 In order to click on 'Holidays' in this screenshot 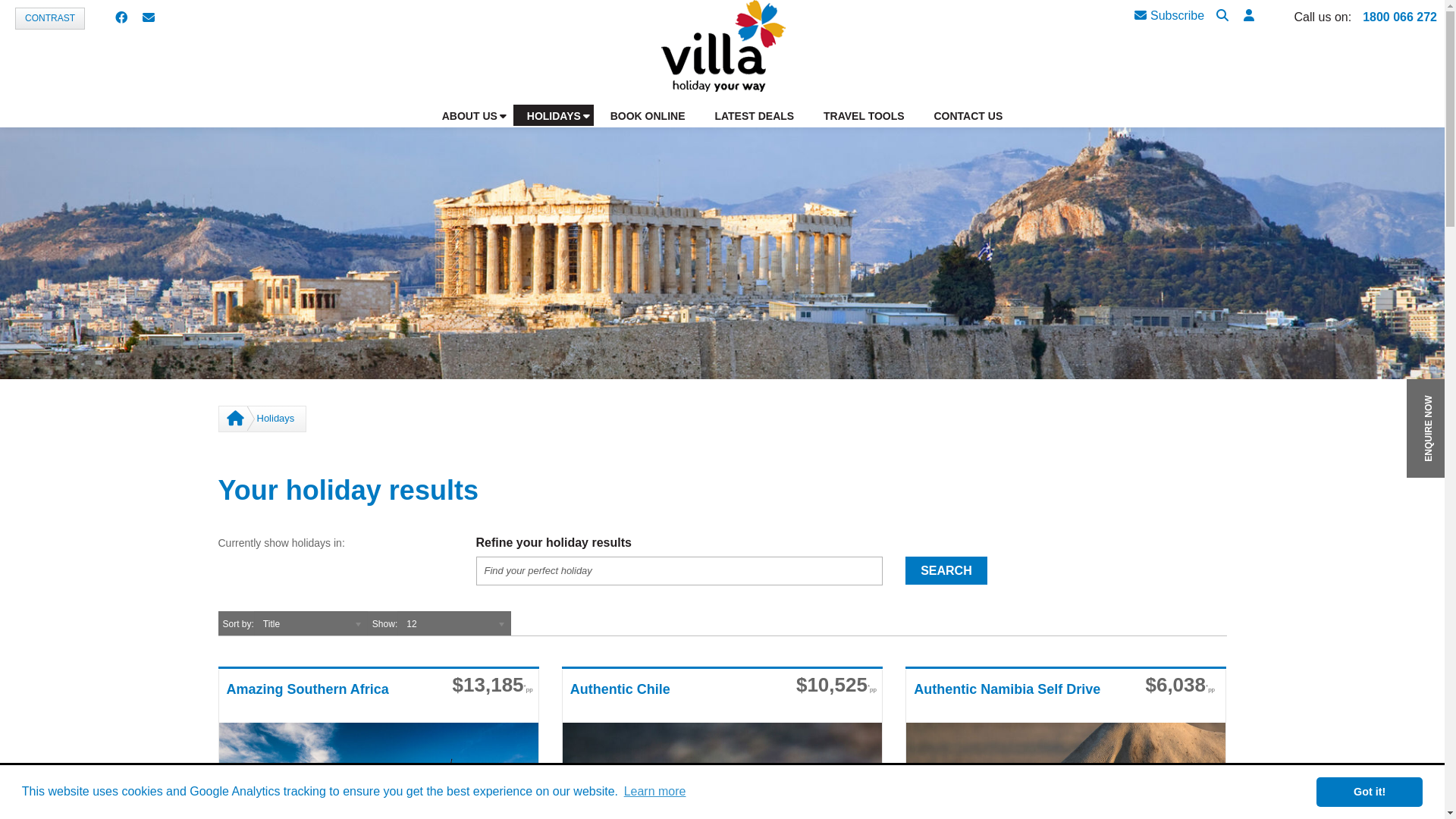, I will do `click(275, 418)`.